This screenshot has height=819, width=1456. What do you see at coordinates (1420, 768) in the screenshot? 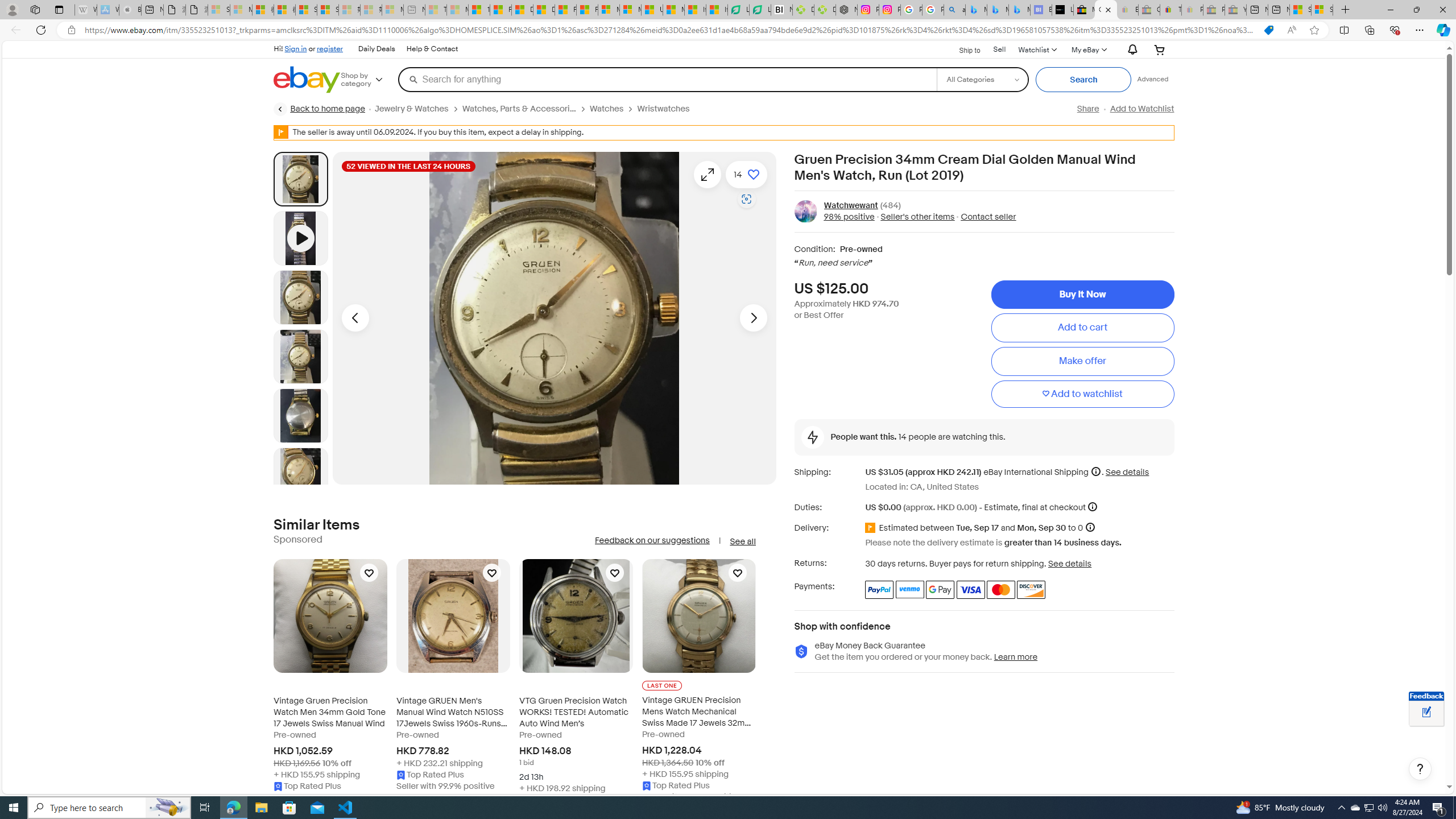
I see `'Help, opens dialogs'` at bounding box center [1420, 768].